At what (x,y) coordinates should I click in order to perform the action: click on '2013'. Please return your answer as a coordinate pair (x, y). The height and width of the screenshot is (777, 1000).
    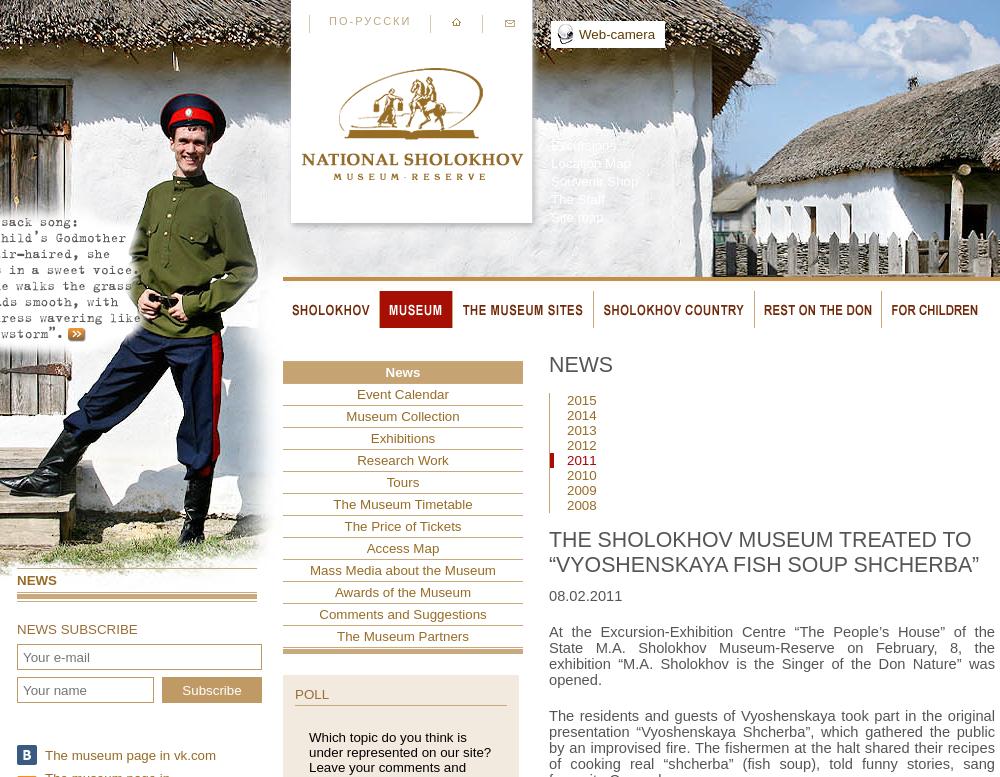
    Looking at the image, I should click on (580, 429).